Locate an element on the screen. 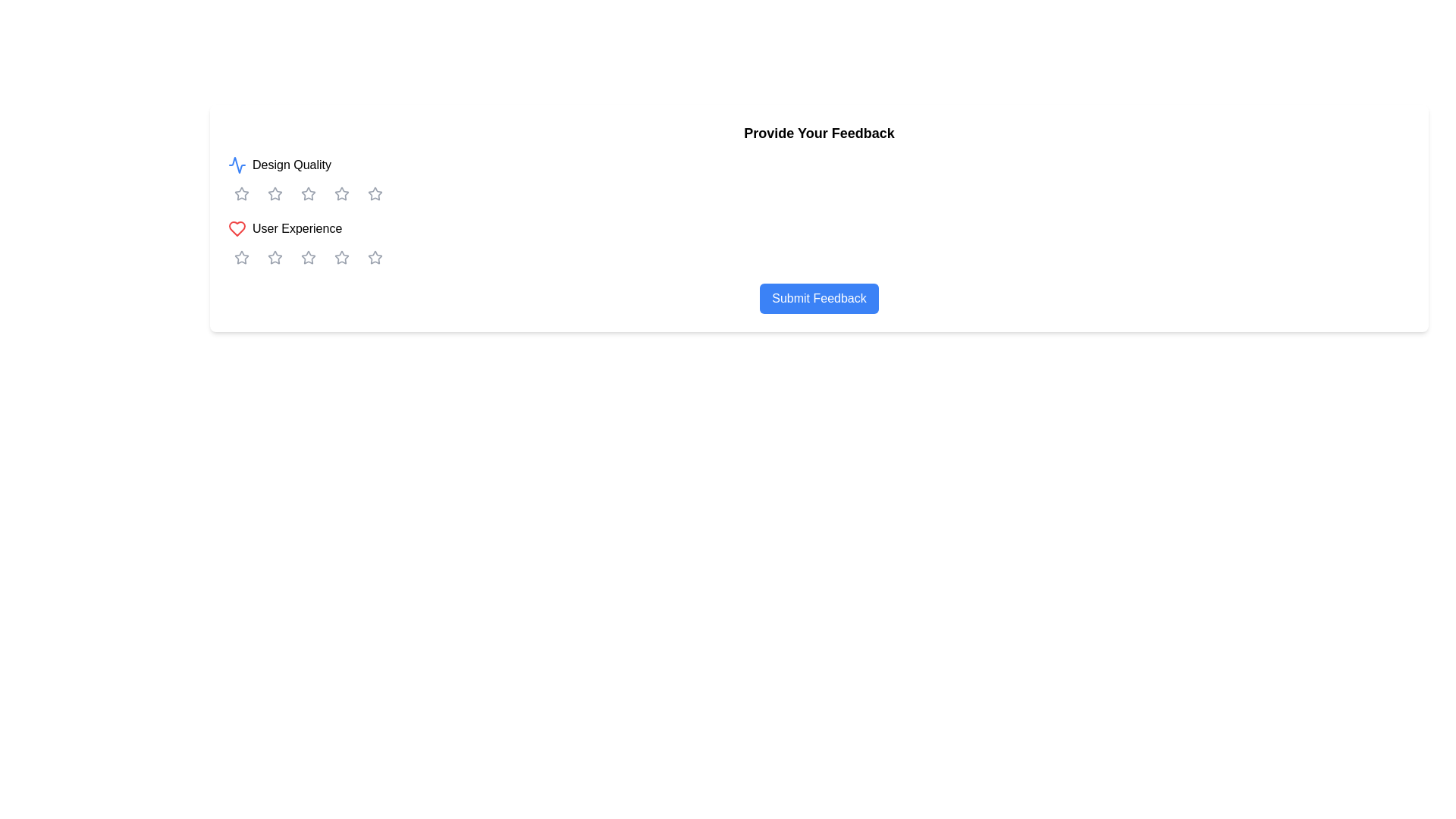 The image size is (1456, 819). the blue pulse icon located next to the 'Design Quality' label in the vertically aligned list is located at coordinates (236, 165).